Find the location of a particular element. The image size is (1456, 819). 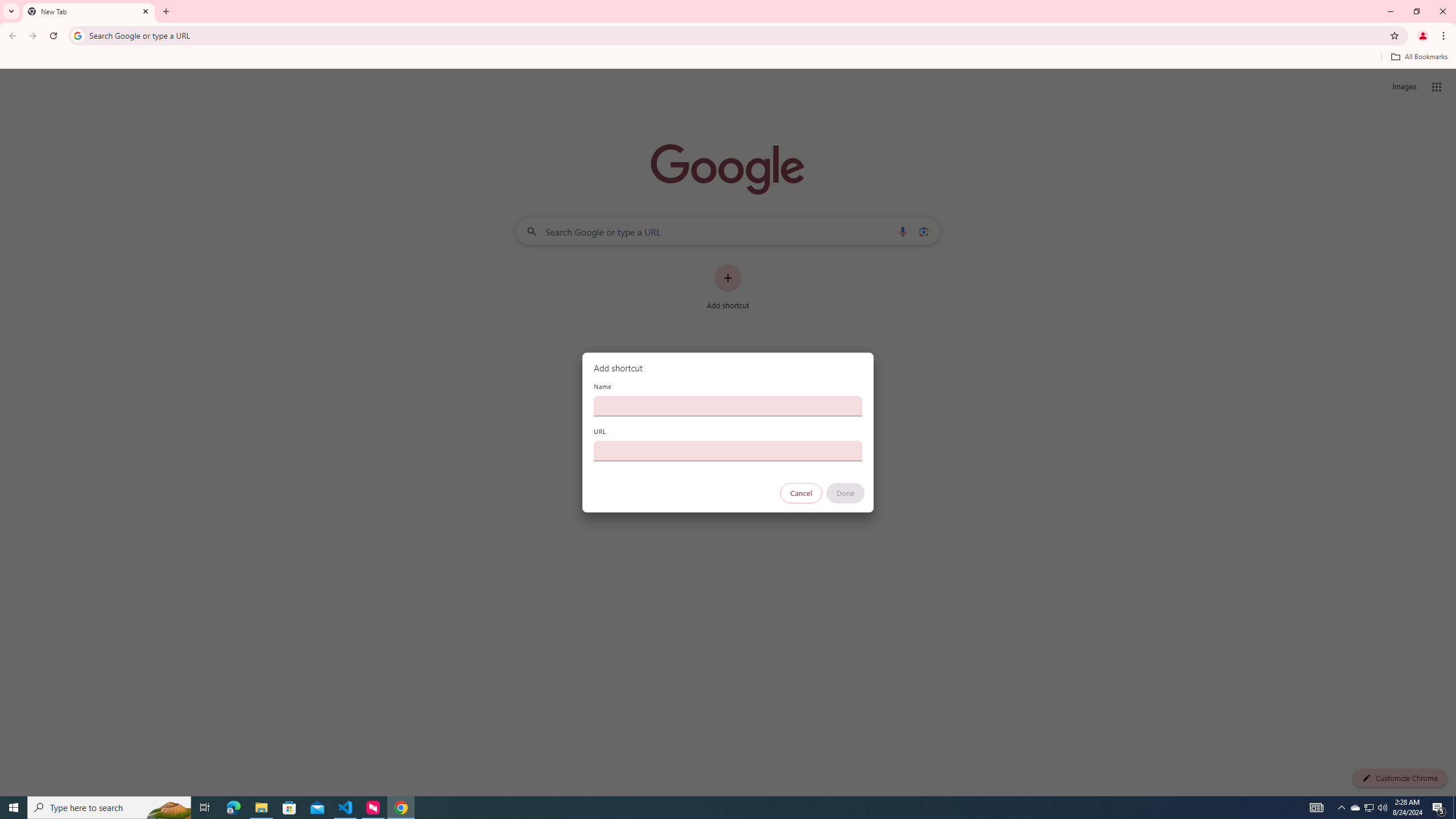

'Name' is located at coordinates (728, 405).